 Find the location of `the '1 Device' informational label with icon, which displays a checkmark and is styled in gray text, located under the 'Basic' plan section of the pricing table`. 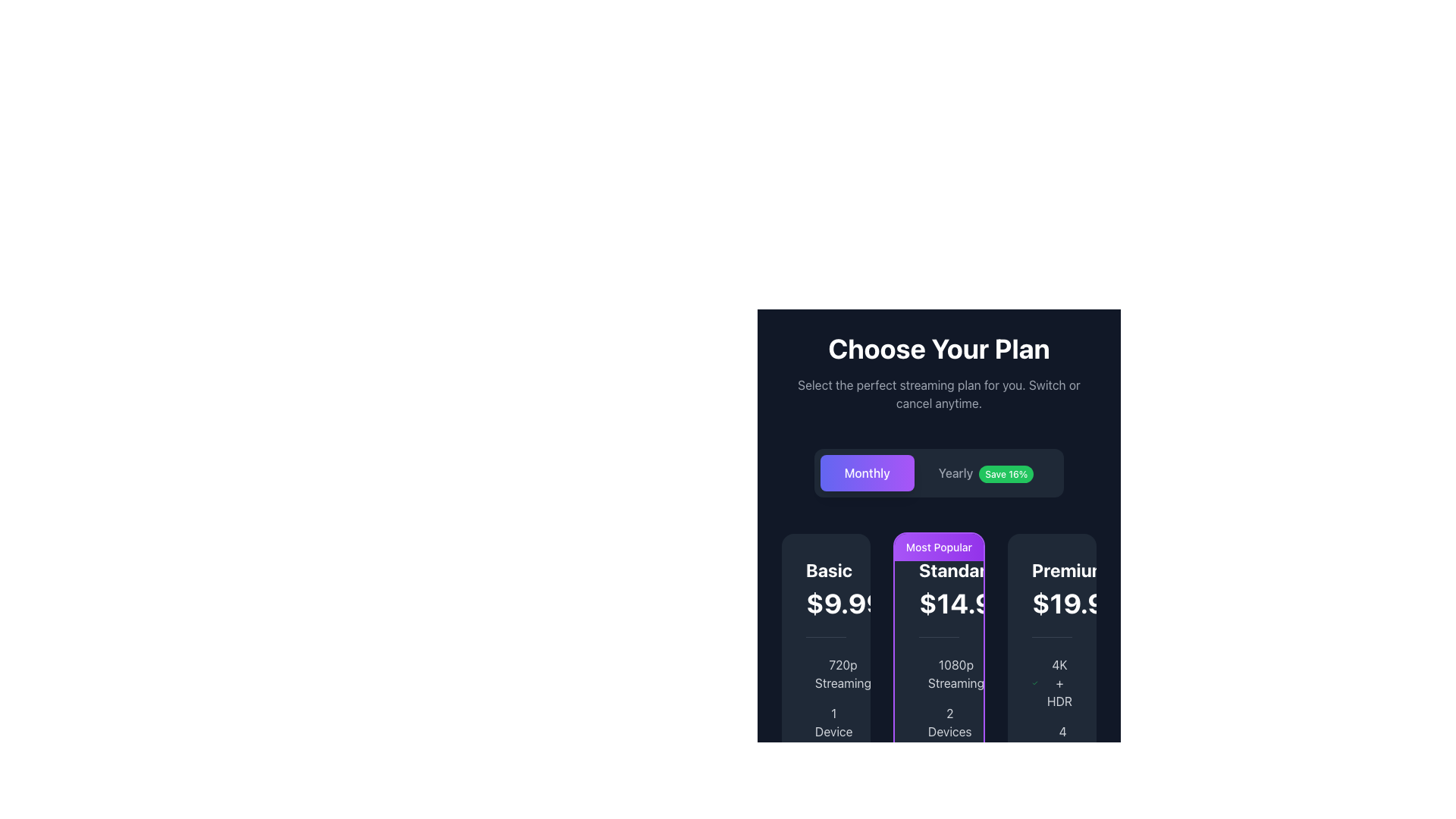

the '1 Device' informational label with icon, which displays a checkmark and is styled in gray text, located under the 'Basic' plan section of the pricing table is located at coordinates (825, 721).